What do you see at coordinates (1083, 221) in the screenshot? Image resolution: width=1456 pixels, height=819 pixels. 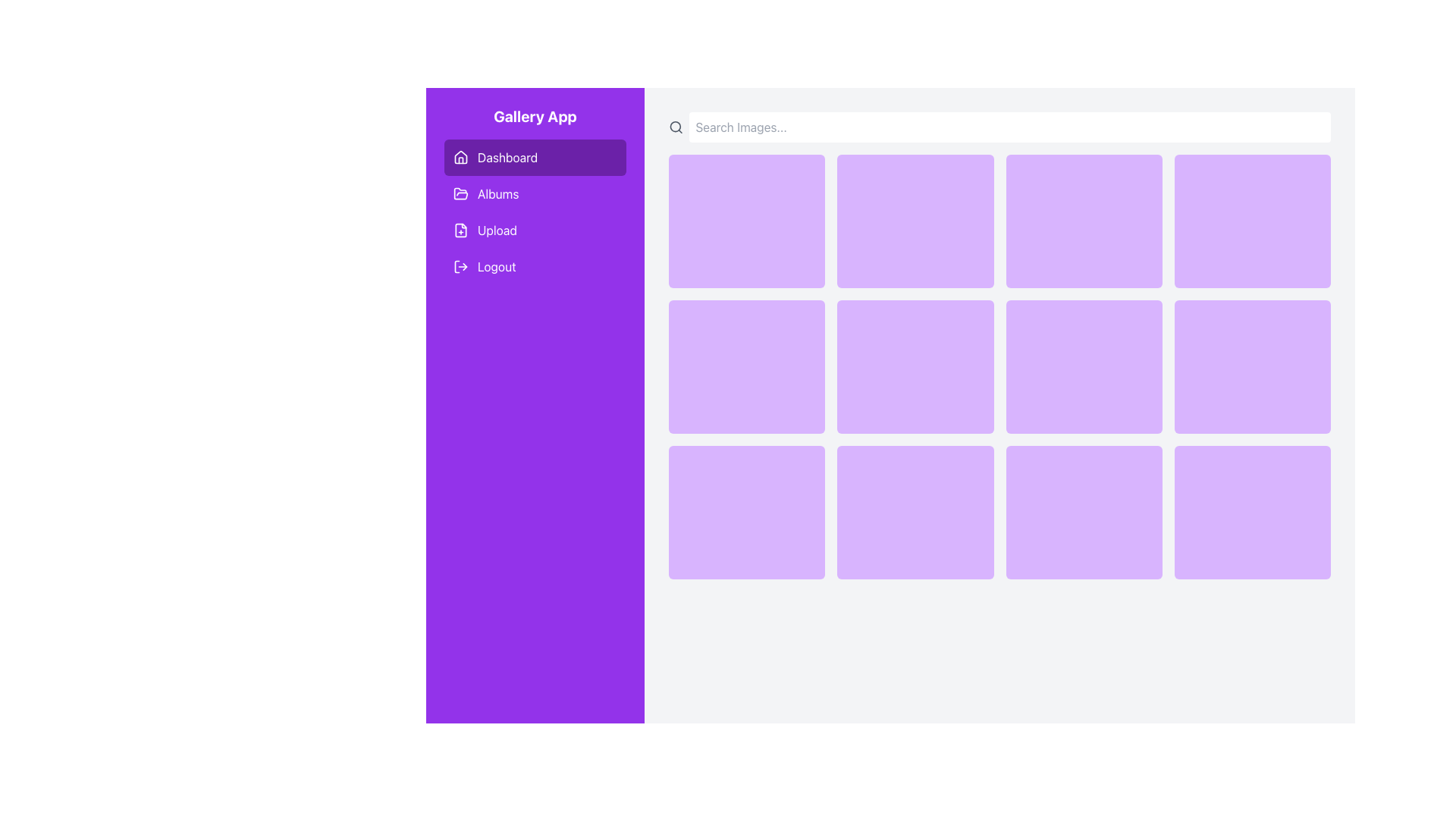 I see `the third box in the first row of a 4x4 grid layout, which has a purple background that transitions to a darker shade upon hover` at bounding box center [1083, 221].